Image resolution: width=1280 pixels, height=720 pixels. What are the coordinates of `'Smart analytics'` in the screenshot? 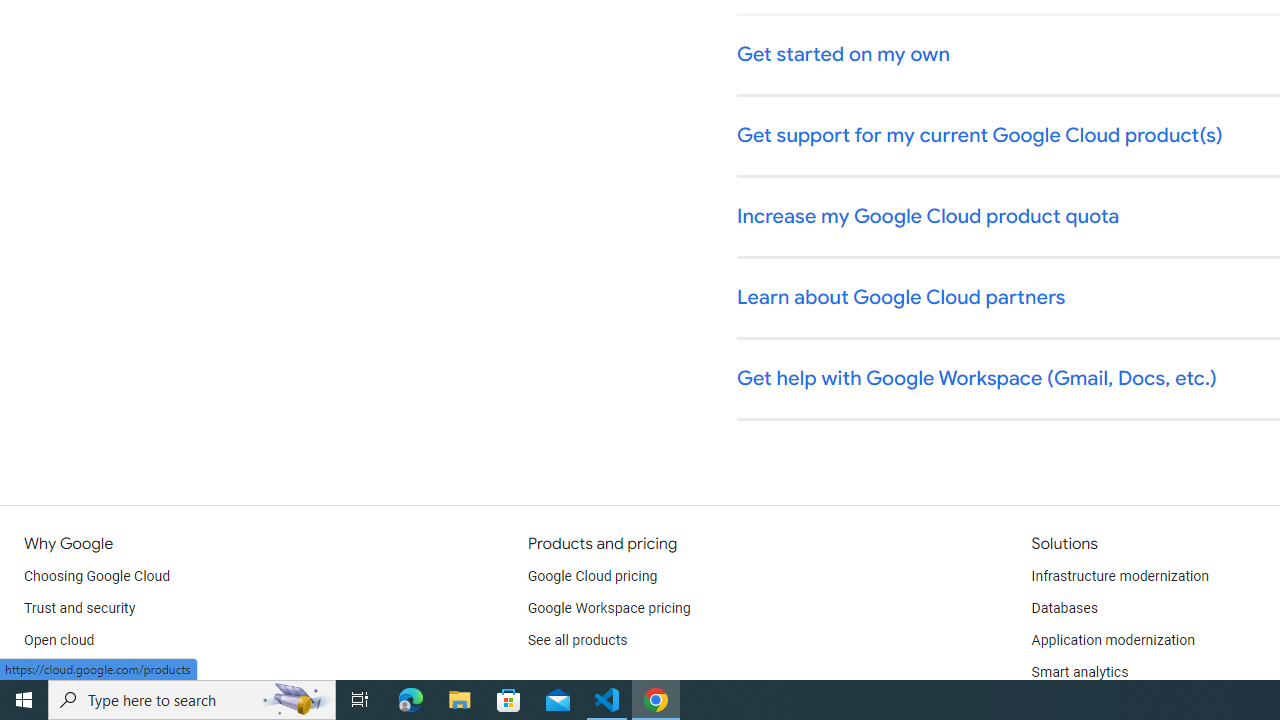 It's located at (1078, 672).